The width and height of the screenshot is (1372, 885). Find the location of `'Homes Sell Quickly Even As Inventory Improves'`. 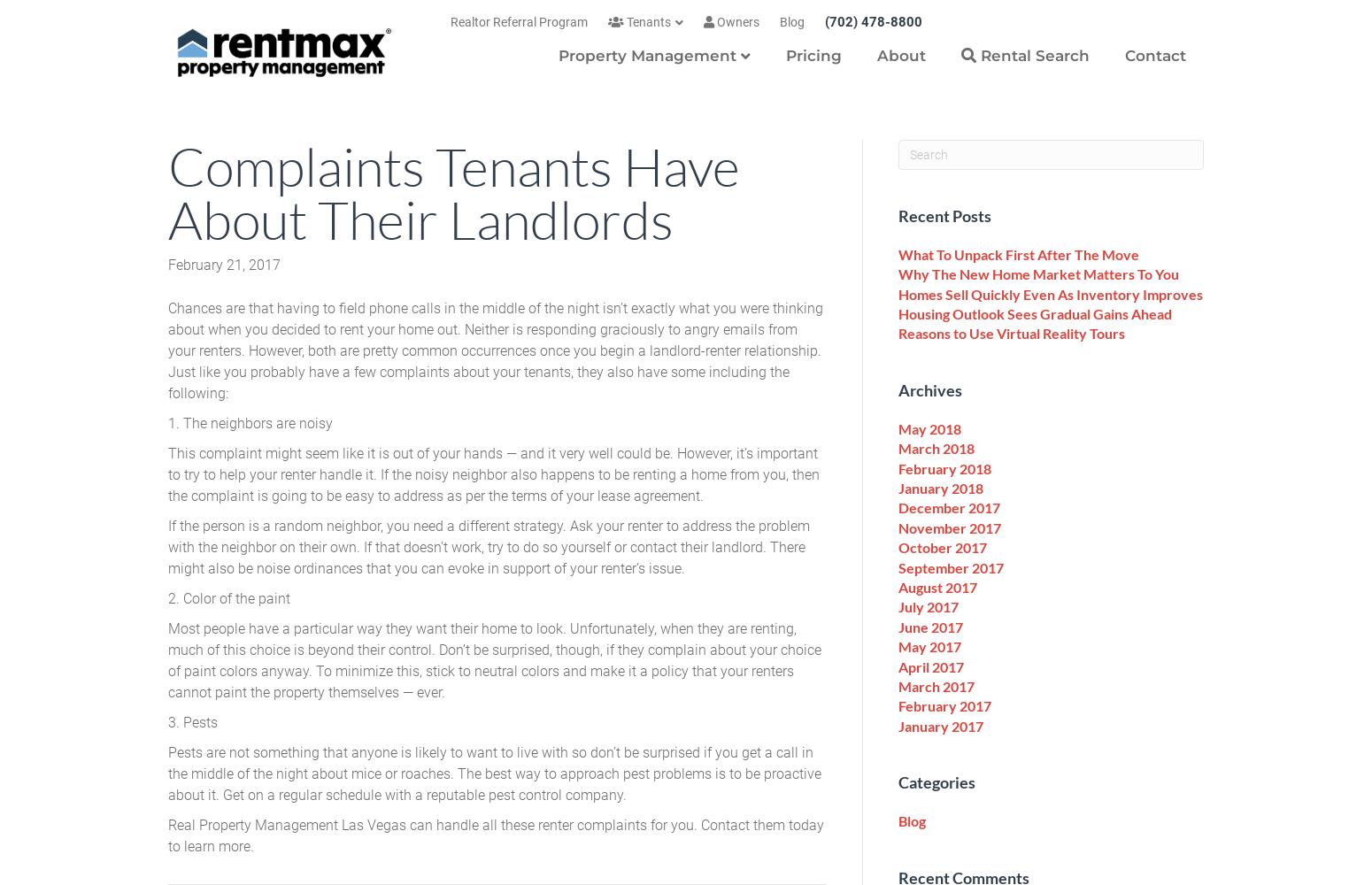

'Homes Sell Quickly Even As Inventory Improves' is located at coordinates (1050, 292).